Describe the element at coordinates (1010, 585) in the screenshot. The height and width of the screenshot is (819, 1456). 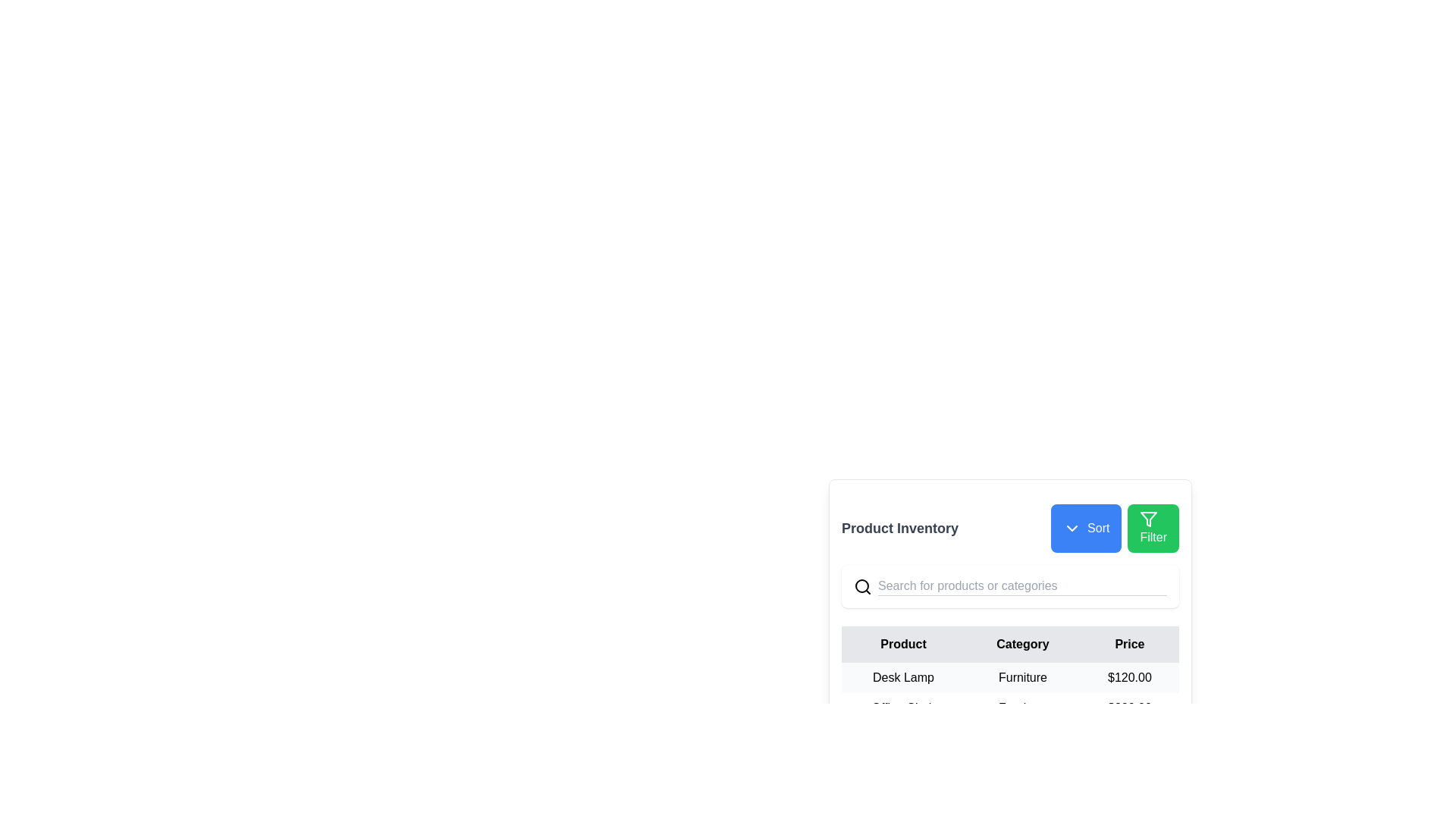
I see `the magnifying glass icon located within the search bar for additional functionality` at that location.